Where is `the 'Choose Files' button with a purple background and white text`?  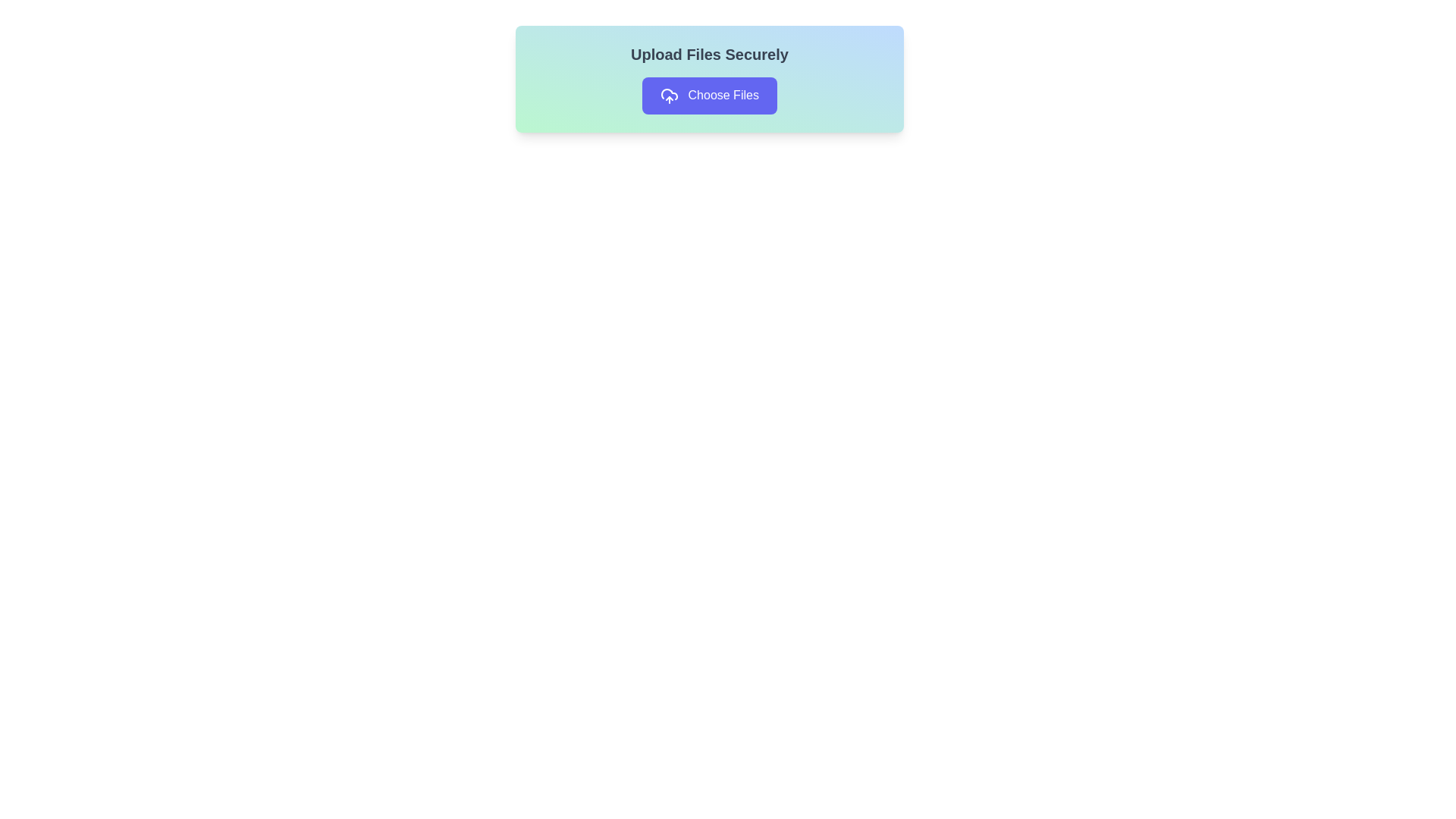 the 'Choose Files' button with a purple background and white text is located at coordinates (709, 96).